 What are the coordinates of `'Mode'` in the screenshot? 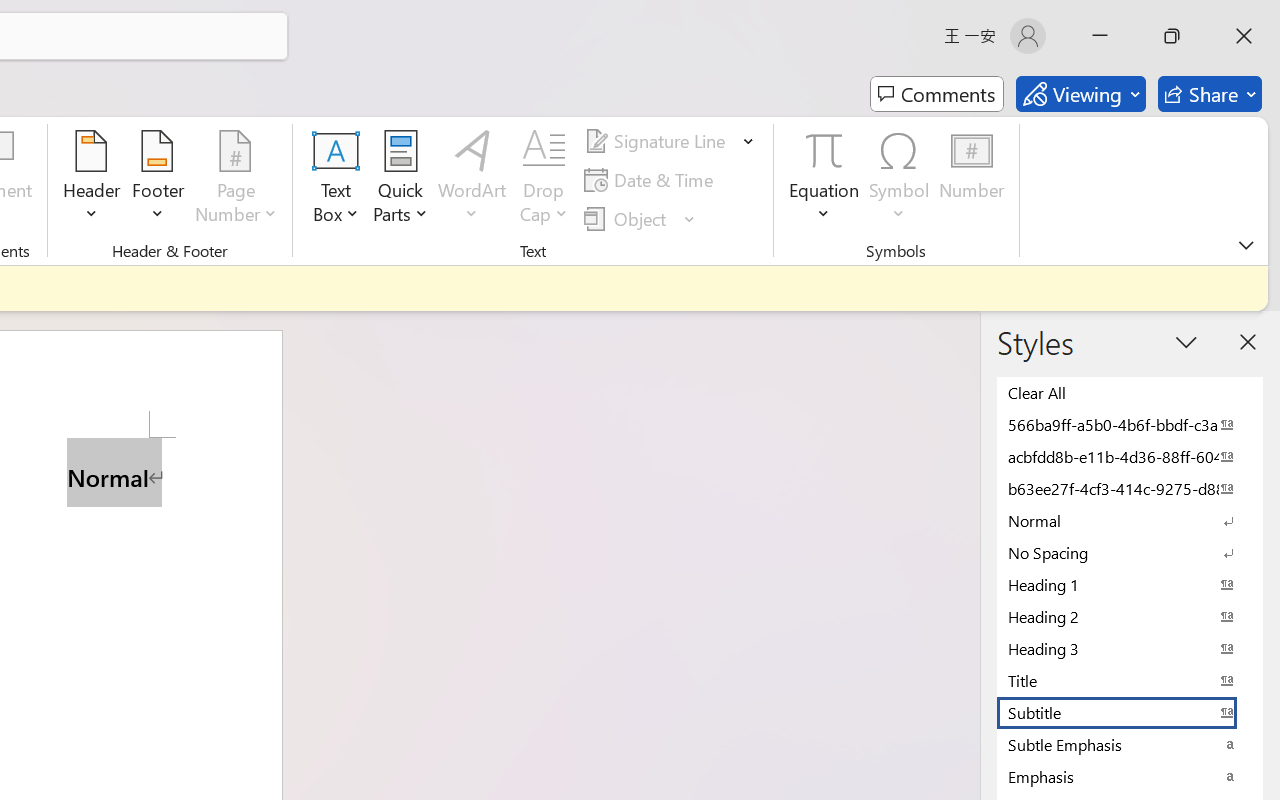 It's located at (1079, 94).